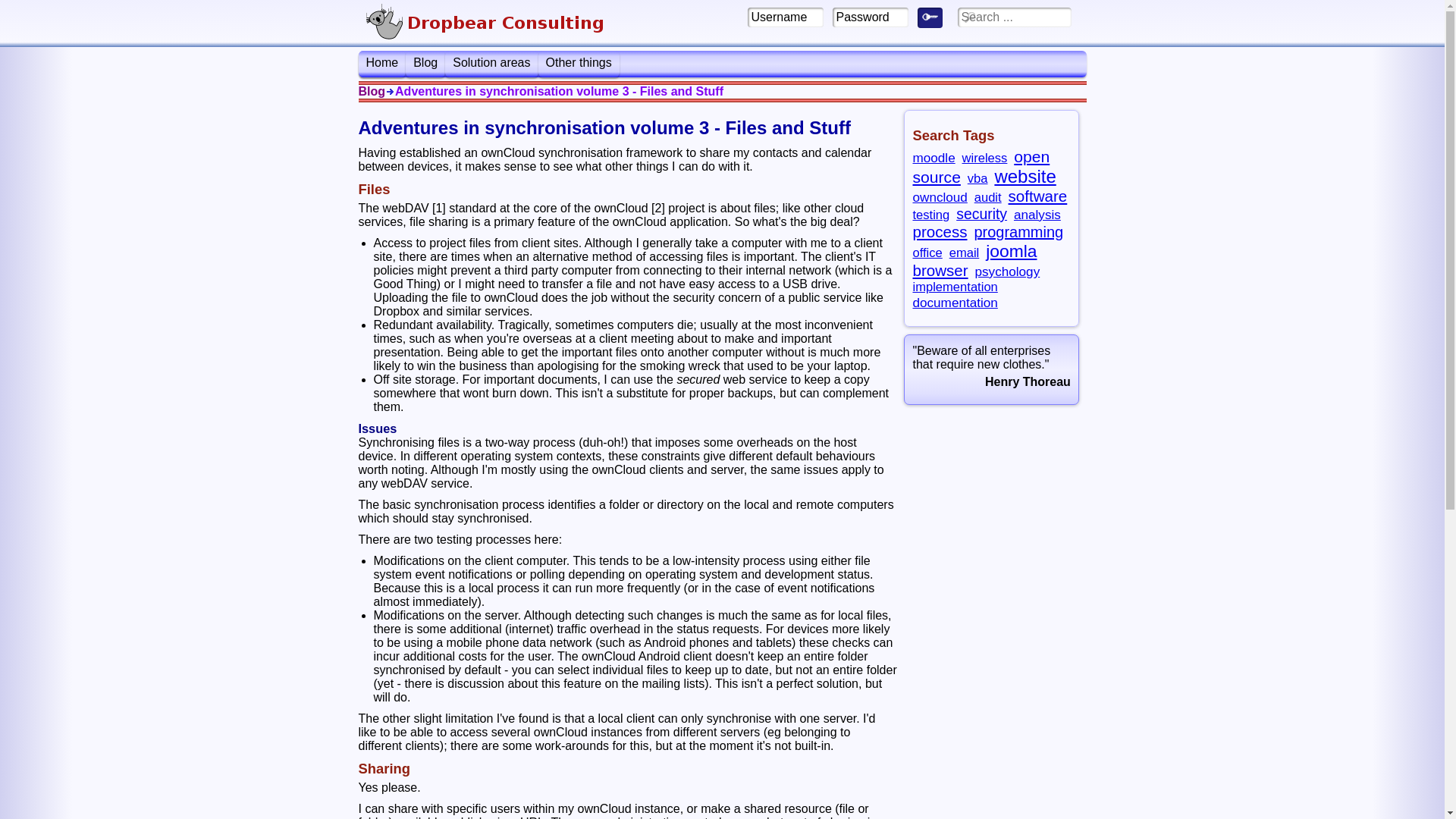 This screenshot has width=1456, height=819. Describe the element at coordinates (987, 196) in the screenshot. I see `'audit'` at that location.